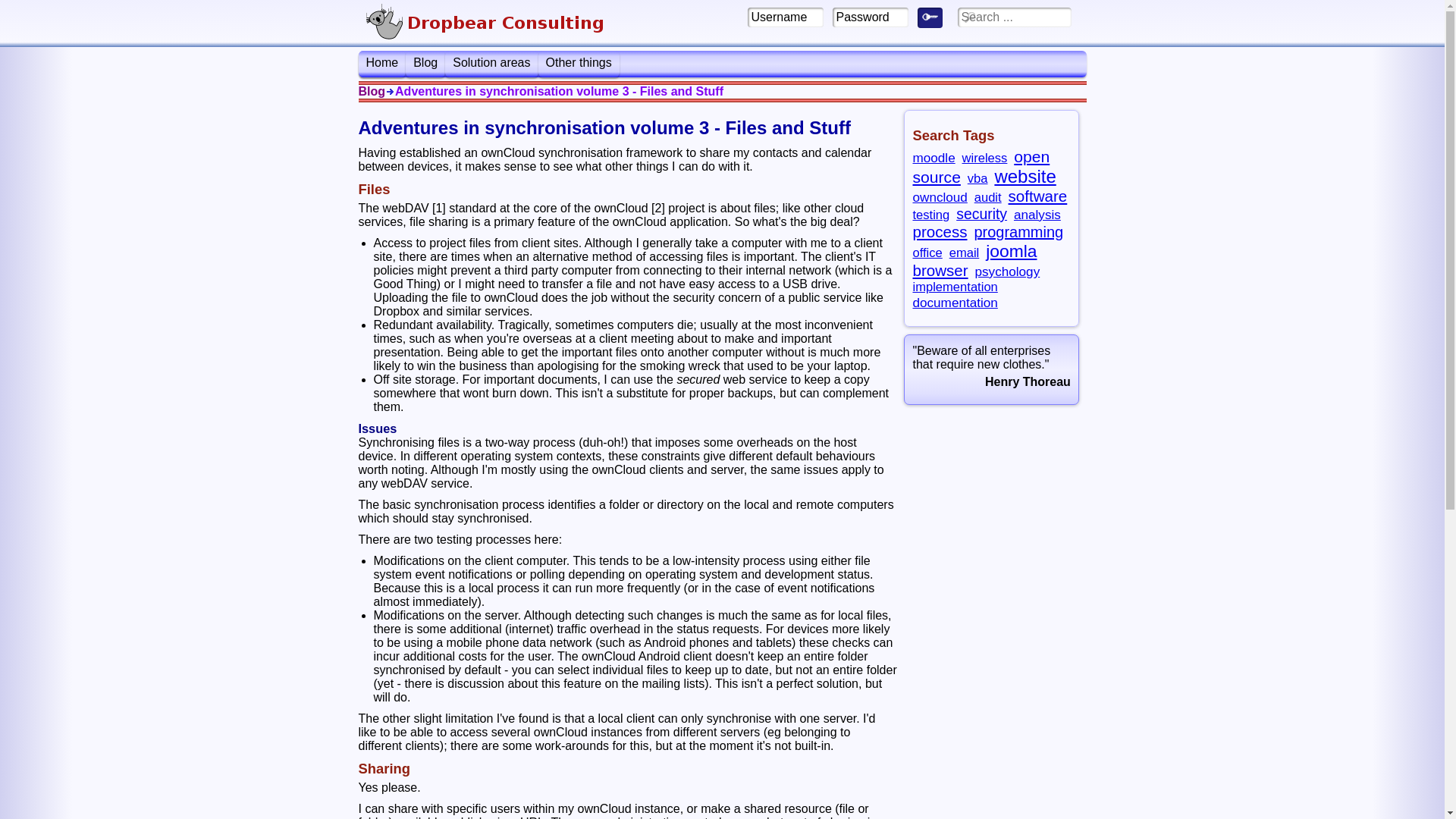 This screenshot has width=1456, height=819. Describe the element at coordinates (987, 196) in the screenshot. I see `'audit'` at that location.